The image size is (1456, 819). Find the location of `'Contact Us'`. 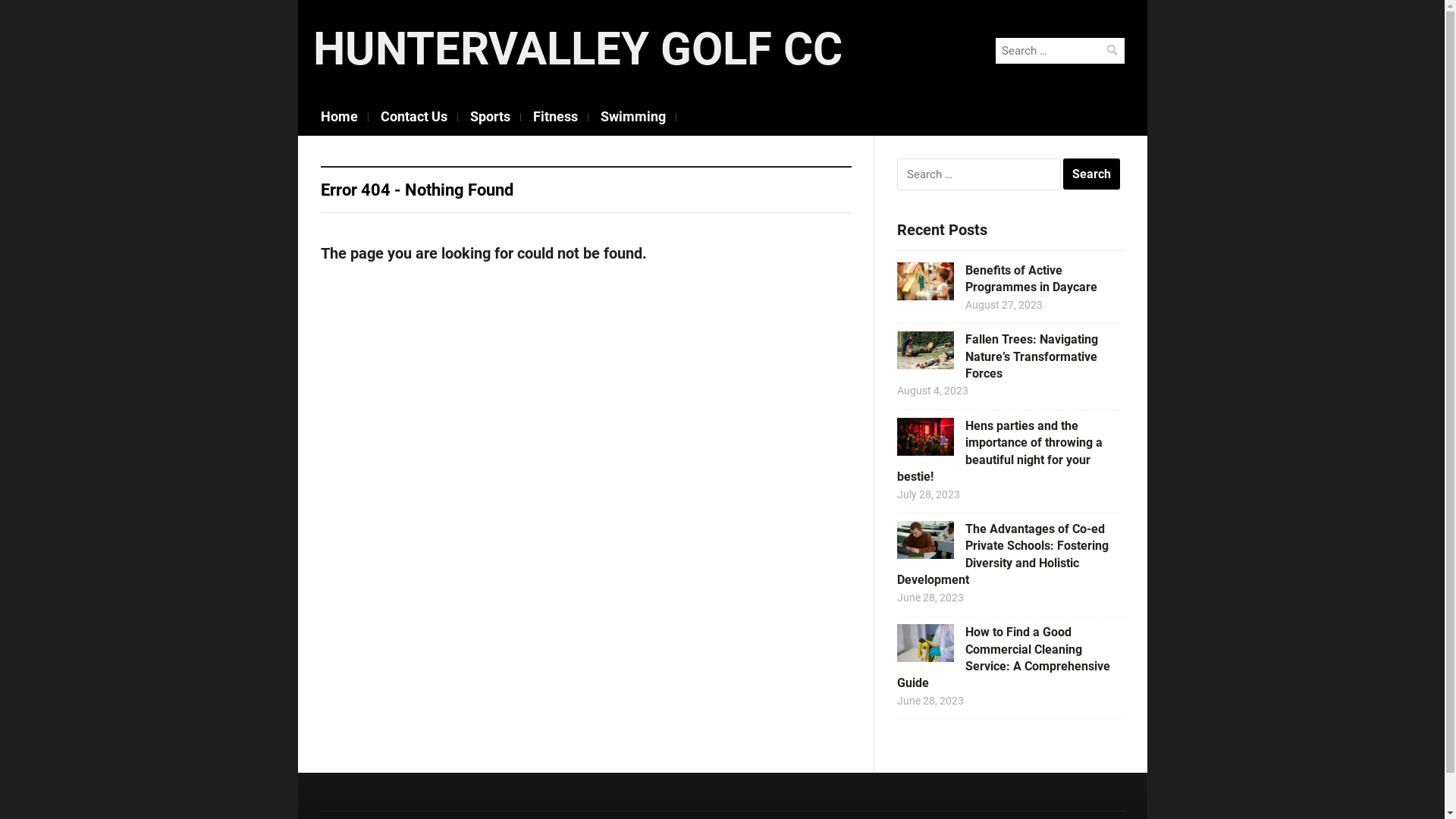

'Contact Us' is located at coordinates (368, 116).